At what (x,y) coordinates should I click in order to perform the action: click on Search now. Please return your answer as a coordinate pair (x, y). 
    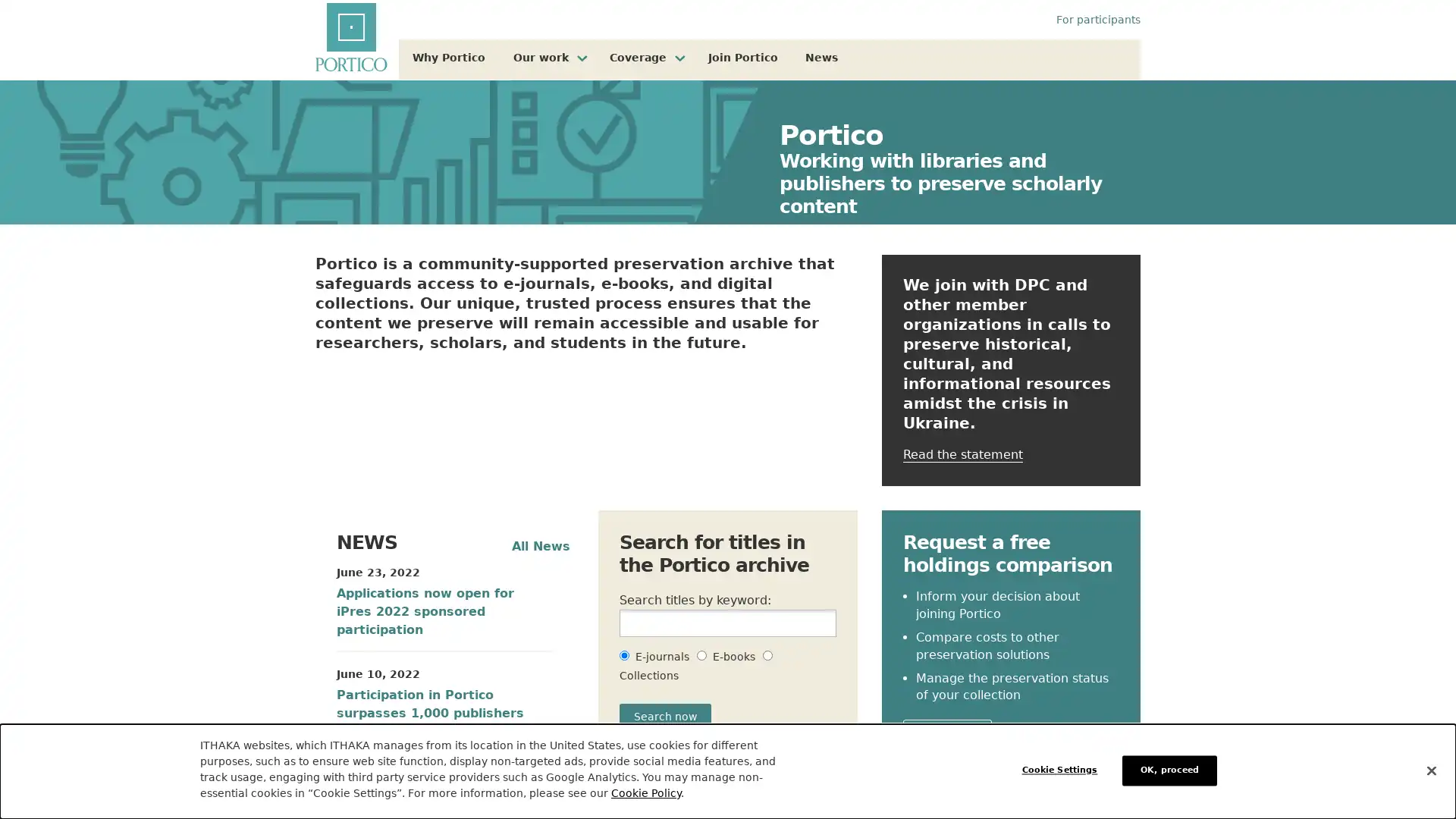
    Looking at the image, I should click on (665, 717).